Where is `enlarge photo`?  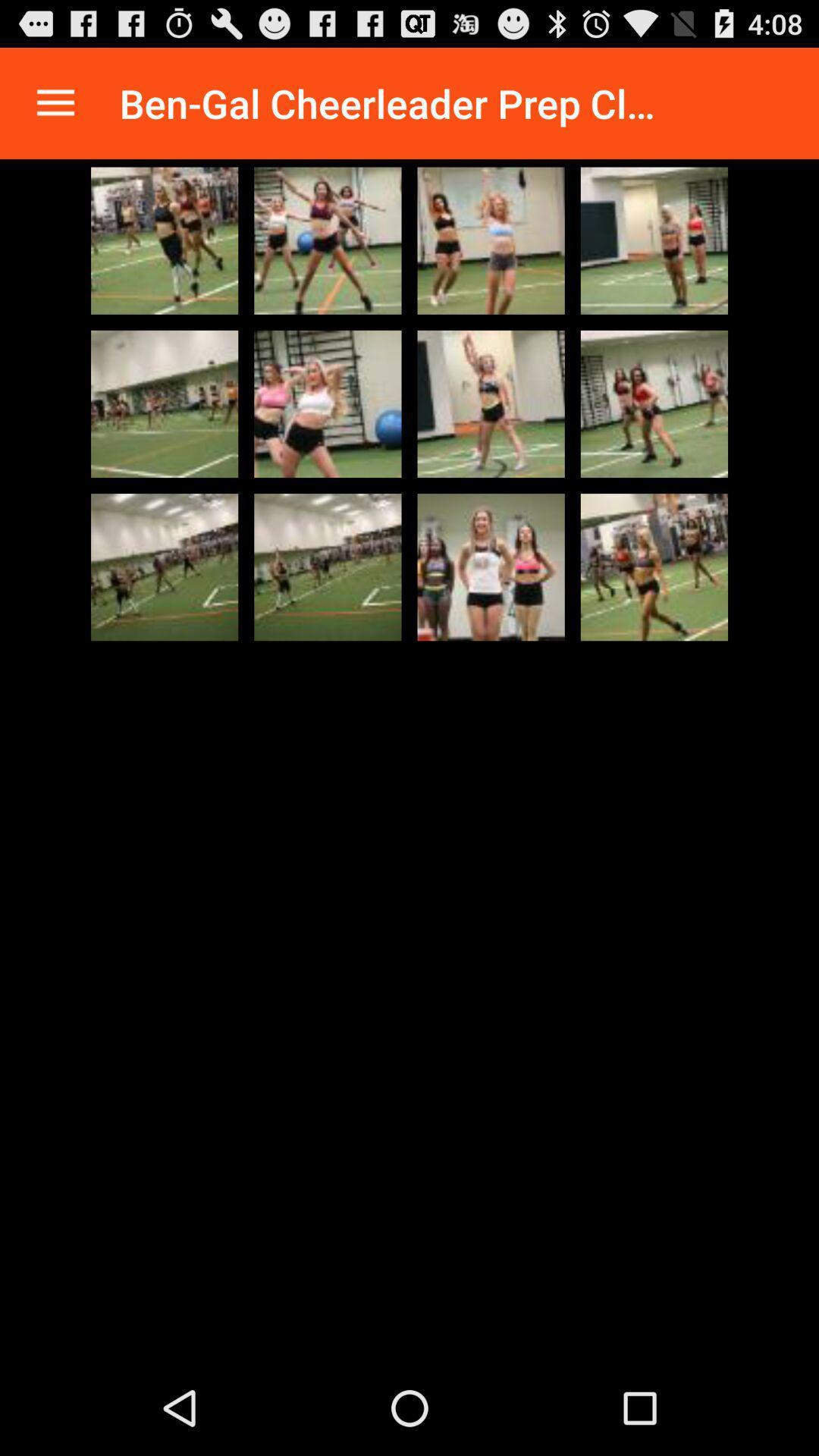
enlarge photo is located at coordinates (491, 240).